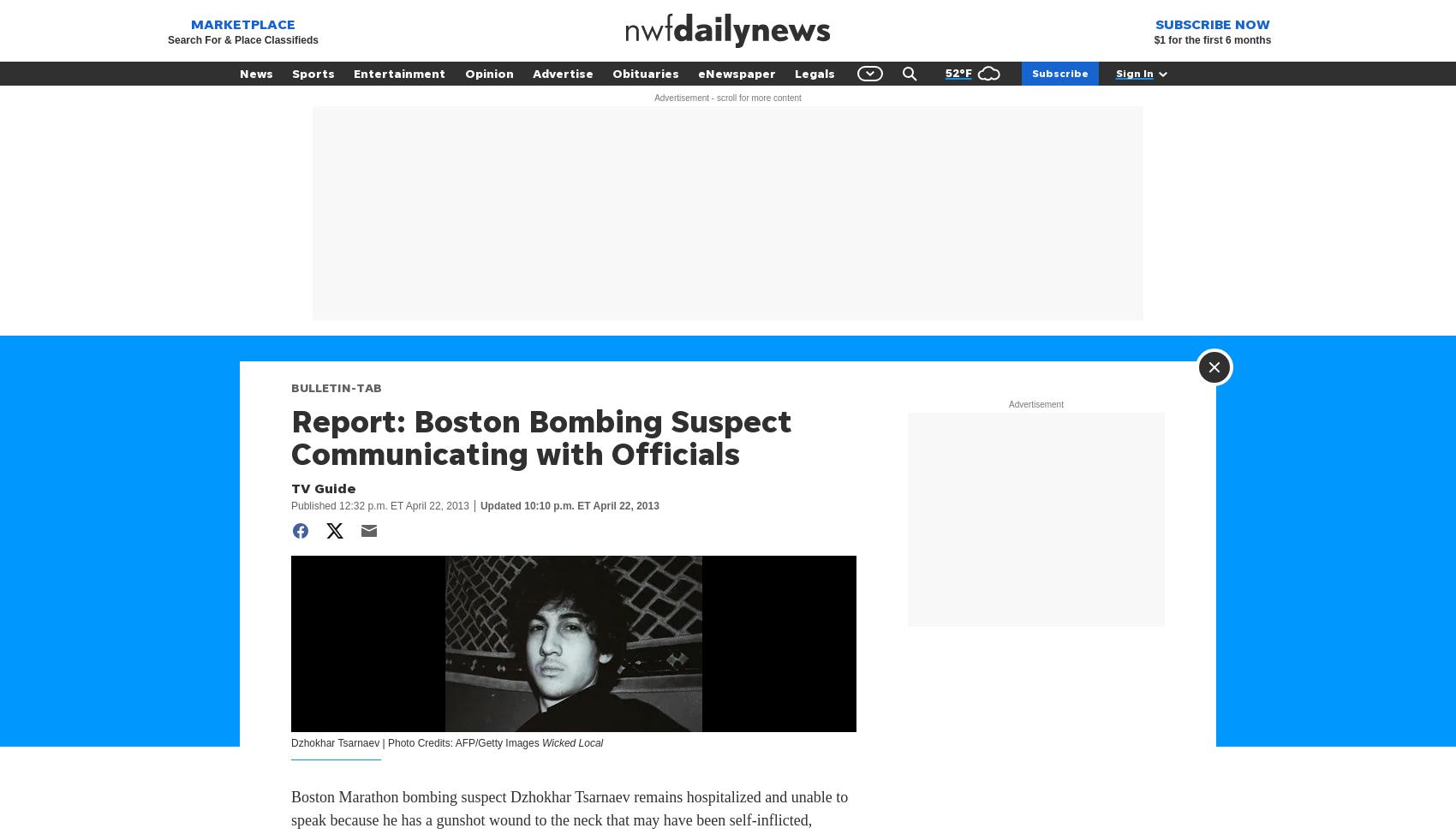  Describe the element at coordinates (336, 386) in the screenshot. I see `'BULLETIN-TAB'` at that location.